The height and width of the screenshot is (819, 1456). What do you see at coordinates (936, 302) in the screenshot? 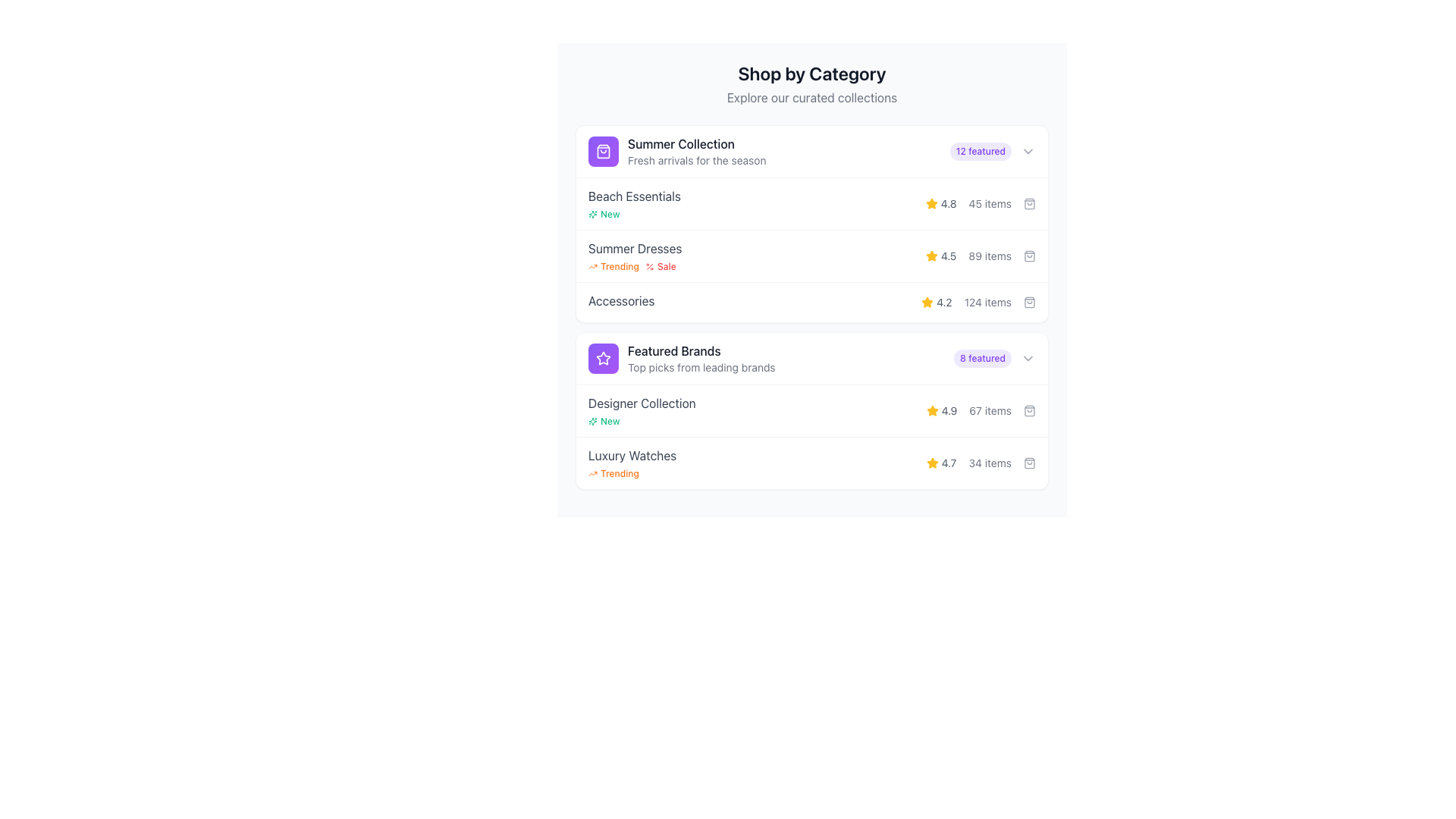
I see `the rating element for the 'Accessories' category, which consists of a star icon and a rating number, located on the right side of the 'Accessories' entry in the 'Shop by Category' section` at bounding box center [936, 302].